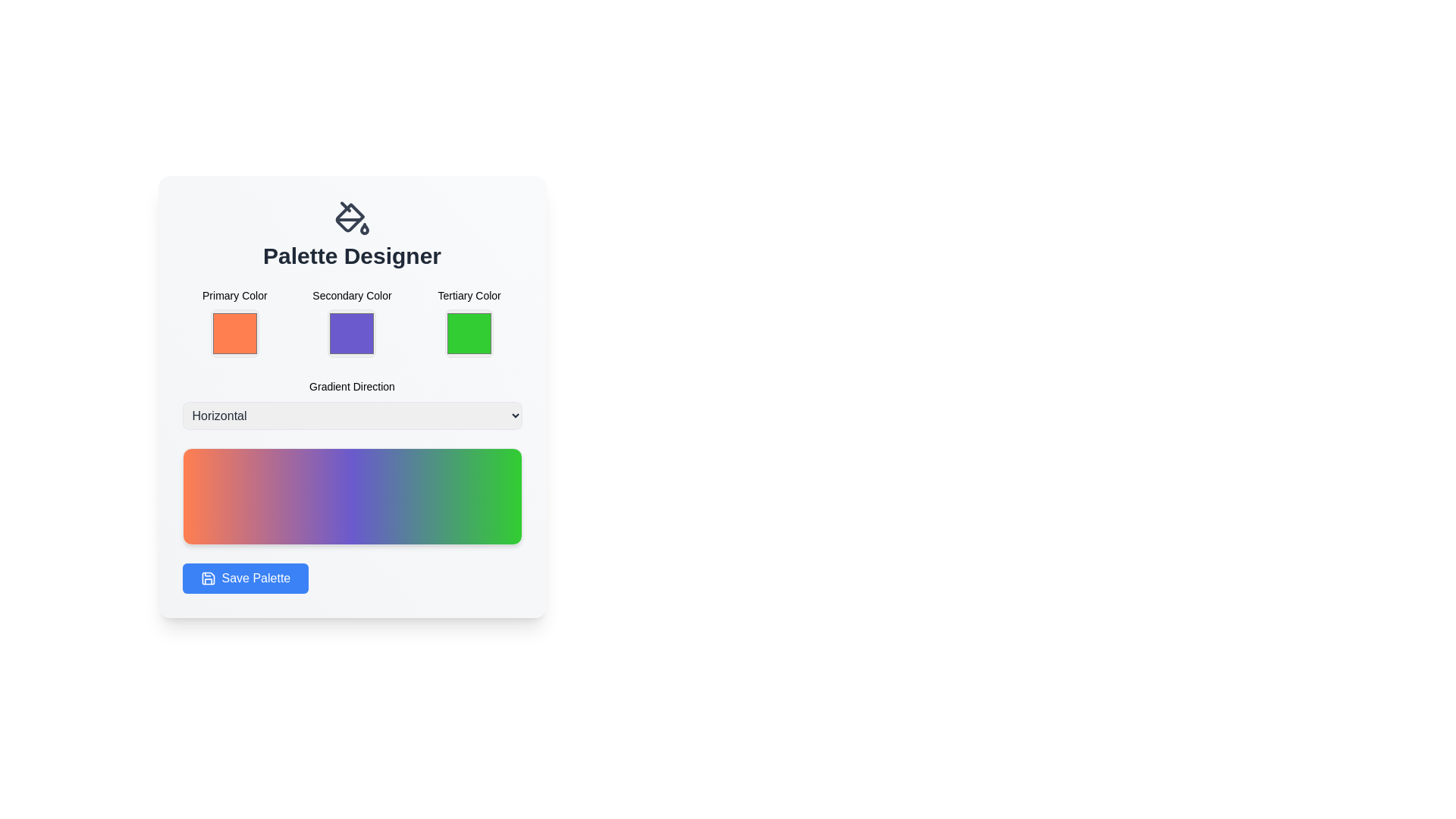 The width and height of the screenshot is (1456, 819). Describe the element at coordinates (245, 579) in the screenshot. I see `the blue rectangular 'Save Palette' button with rounded corners, which displays a floppy disk icon and white text` at that location.